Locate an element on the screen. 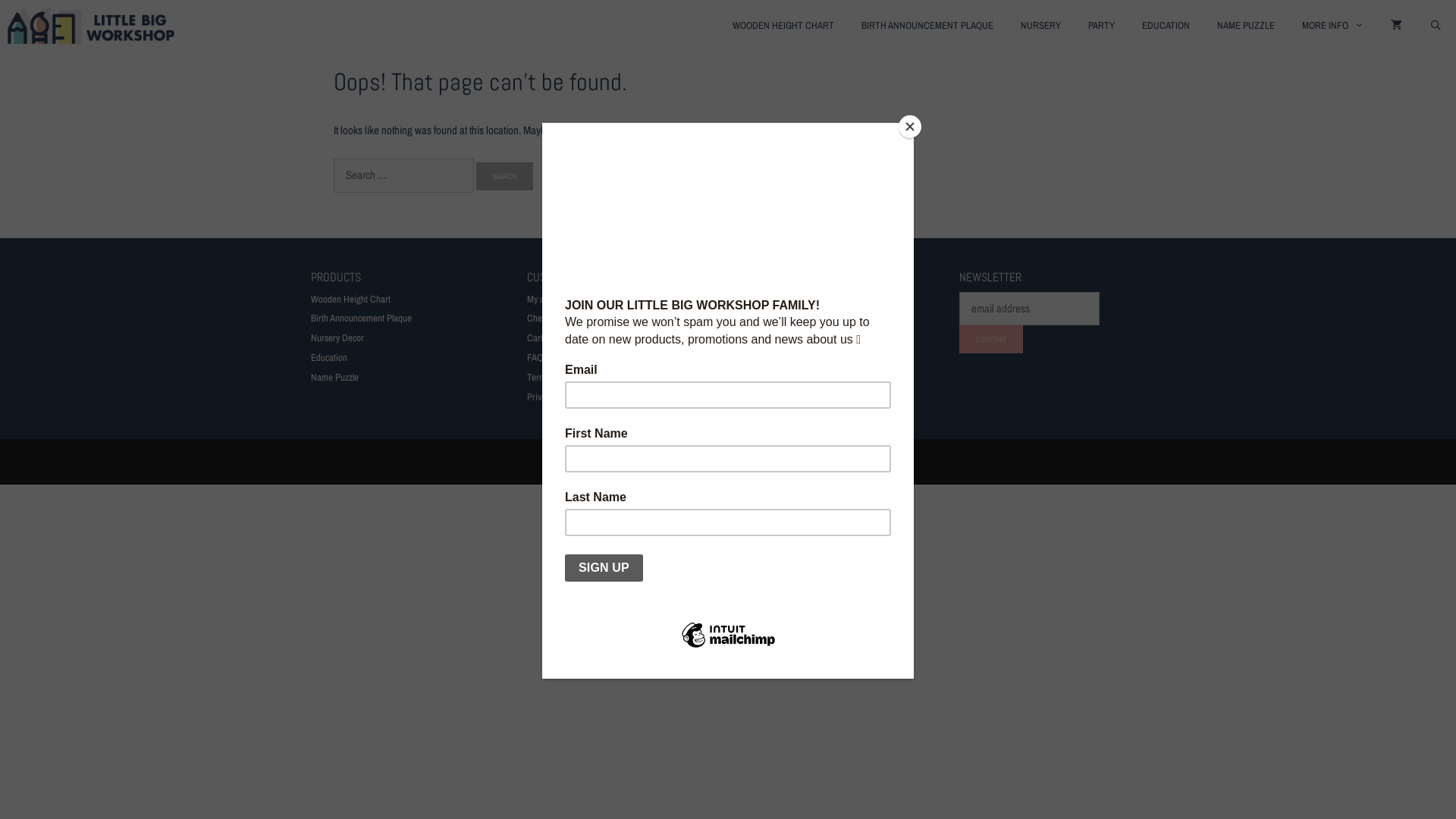  'EDUCATION' is located at coordinates (1165, 26).